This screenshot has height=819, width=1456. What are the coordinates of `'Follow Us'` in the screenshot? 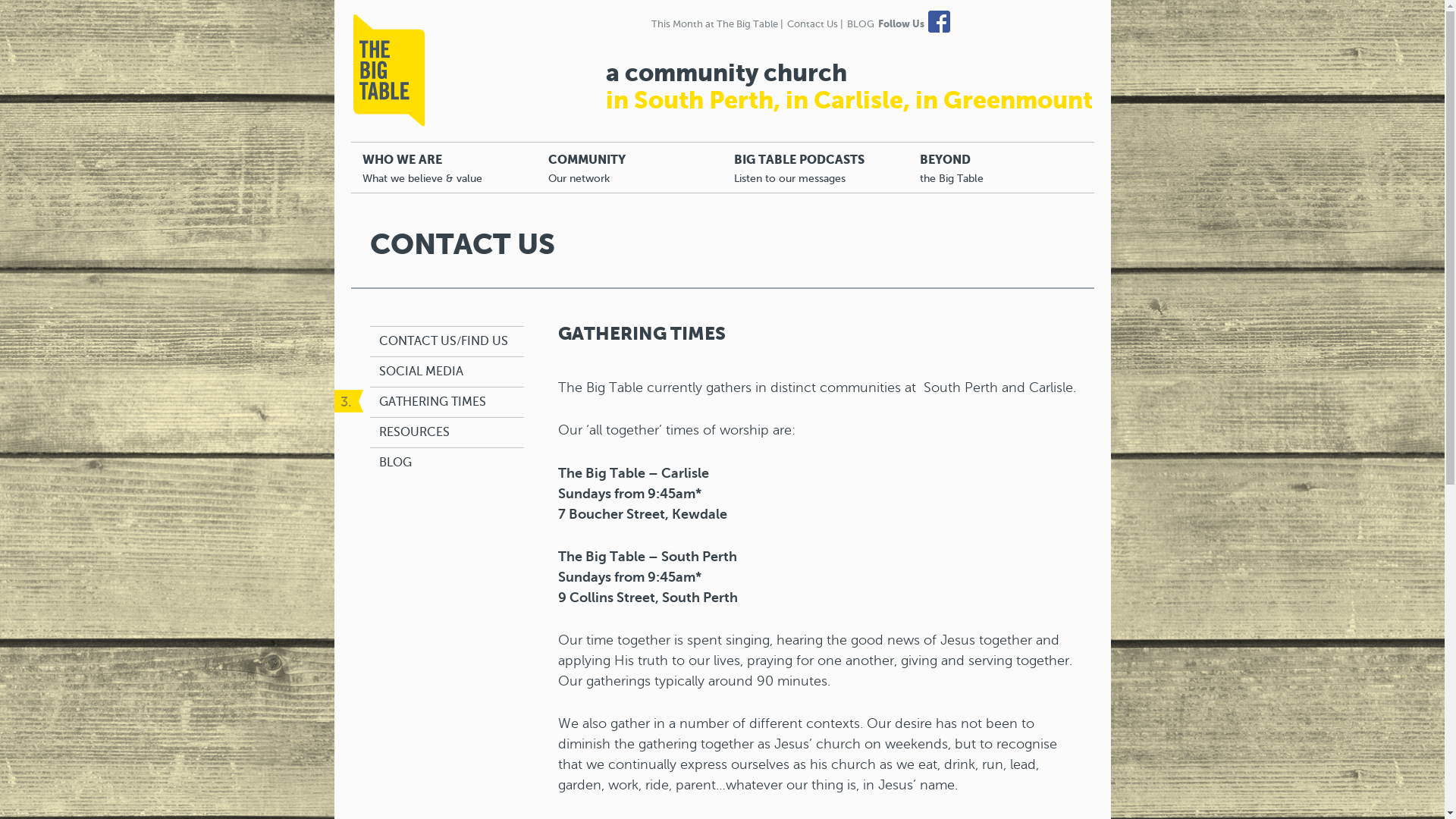 It's located at (901, 24).